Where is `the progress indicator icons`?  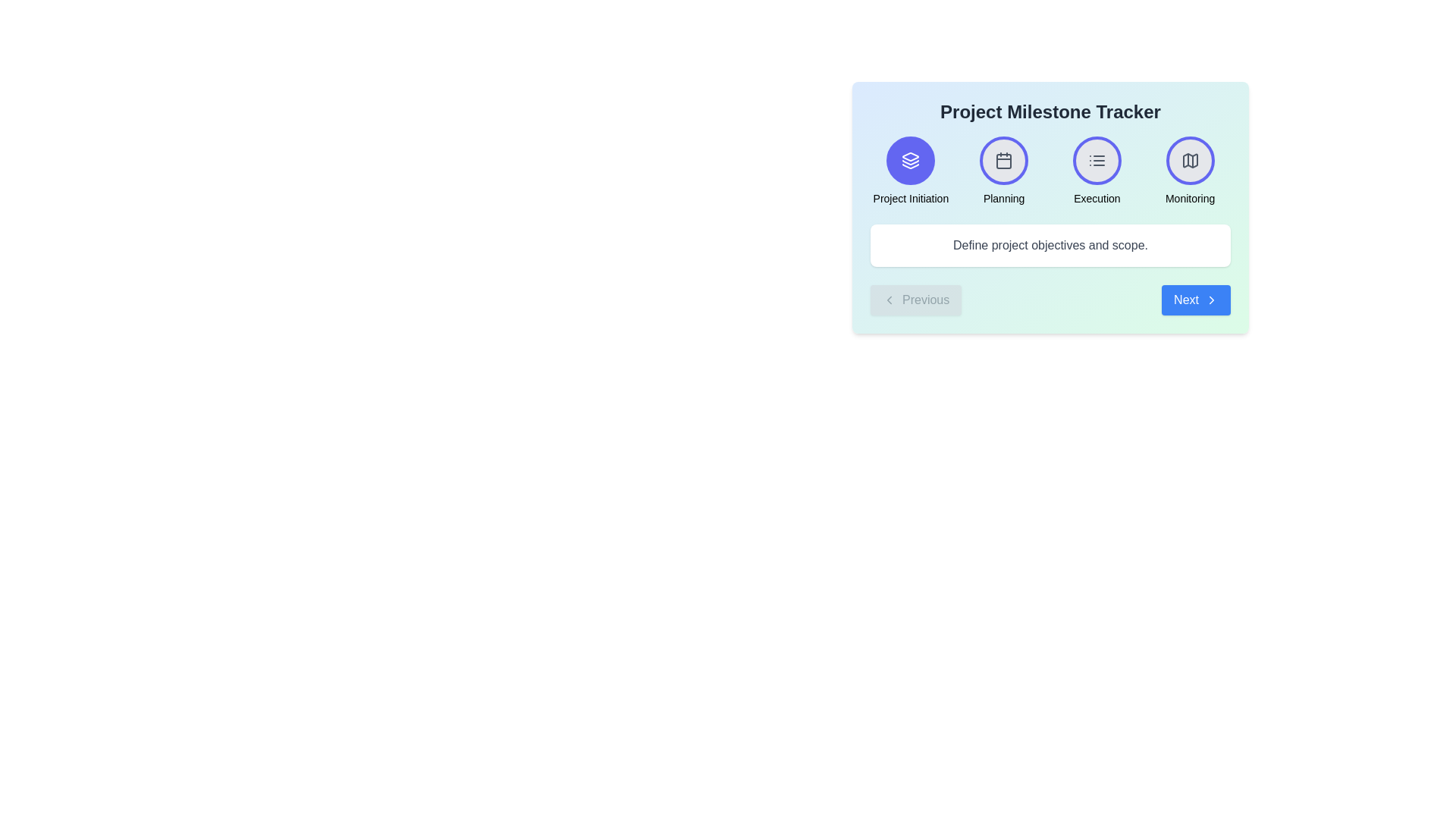
the progress indicator icons is located at coordinates (1050, 171).